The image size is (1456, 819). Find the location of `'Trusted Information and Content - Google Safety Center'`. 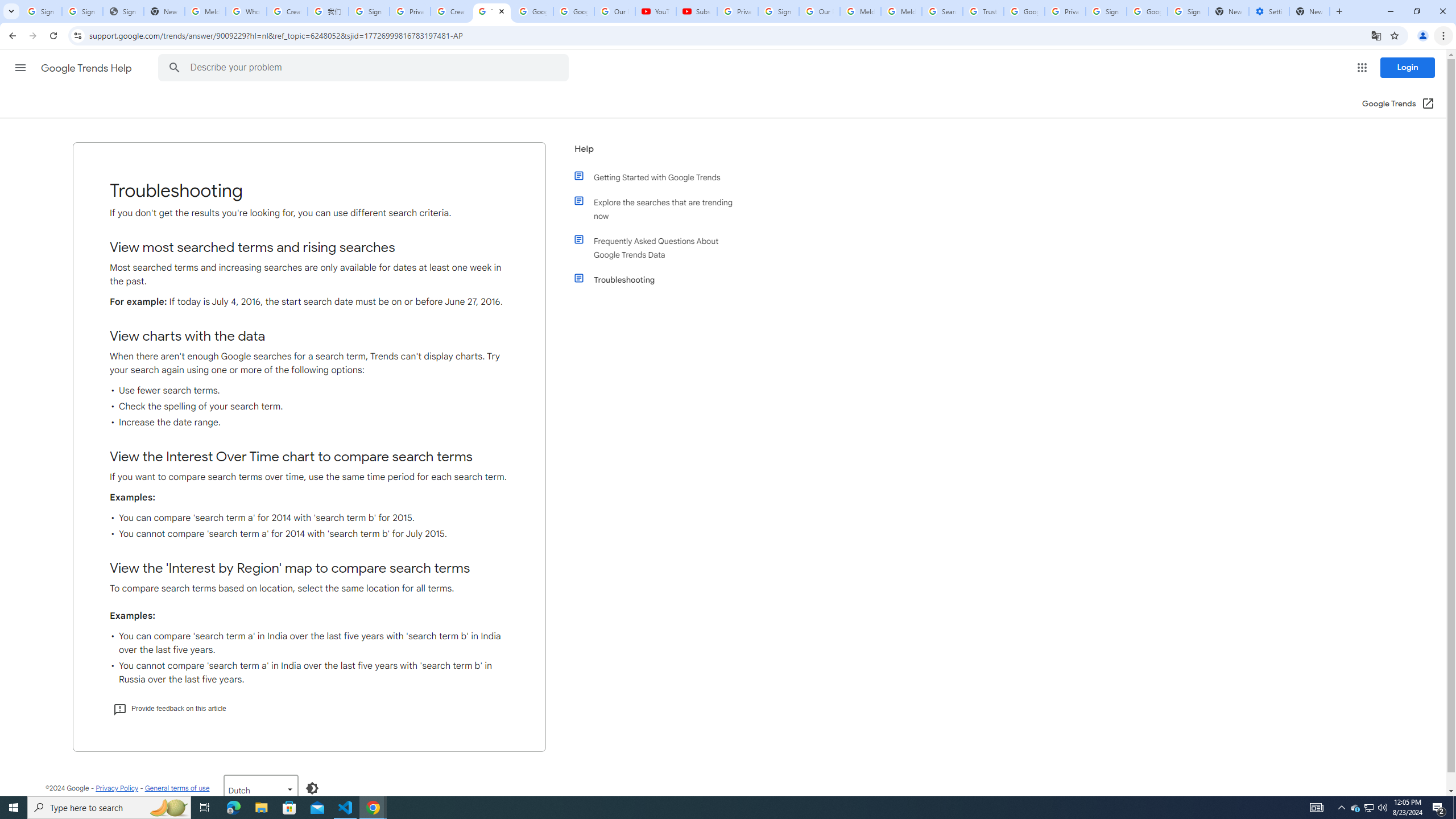

'Trusted Information and Content - Google Safety Center' is located at coordinates (983, 11).